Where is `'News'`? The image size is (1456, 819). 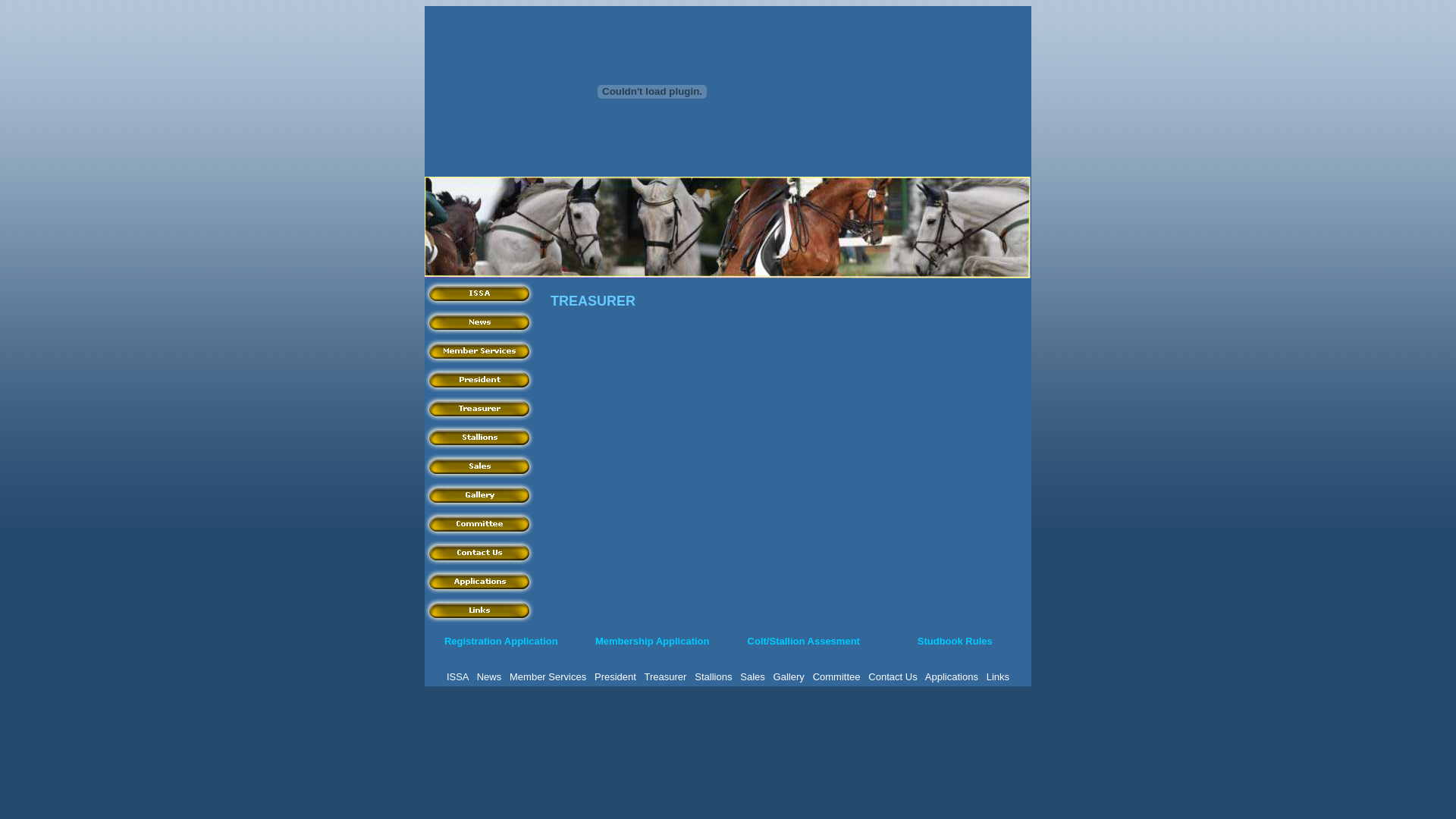 'News' is located at coordinates (489, 676).